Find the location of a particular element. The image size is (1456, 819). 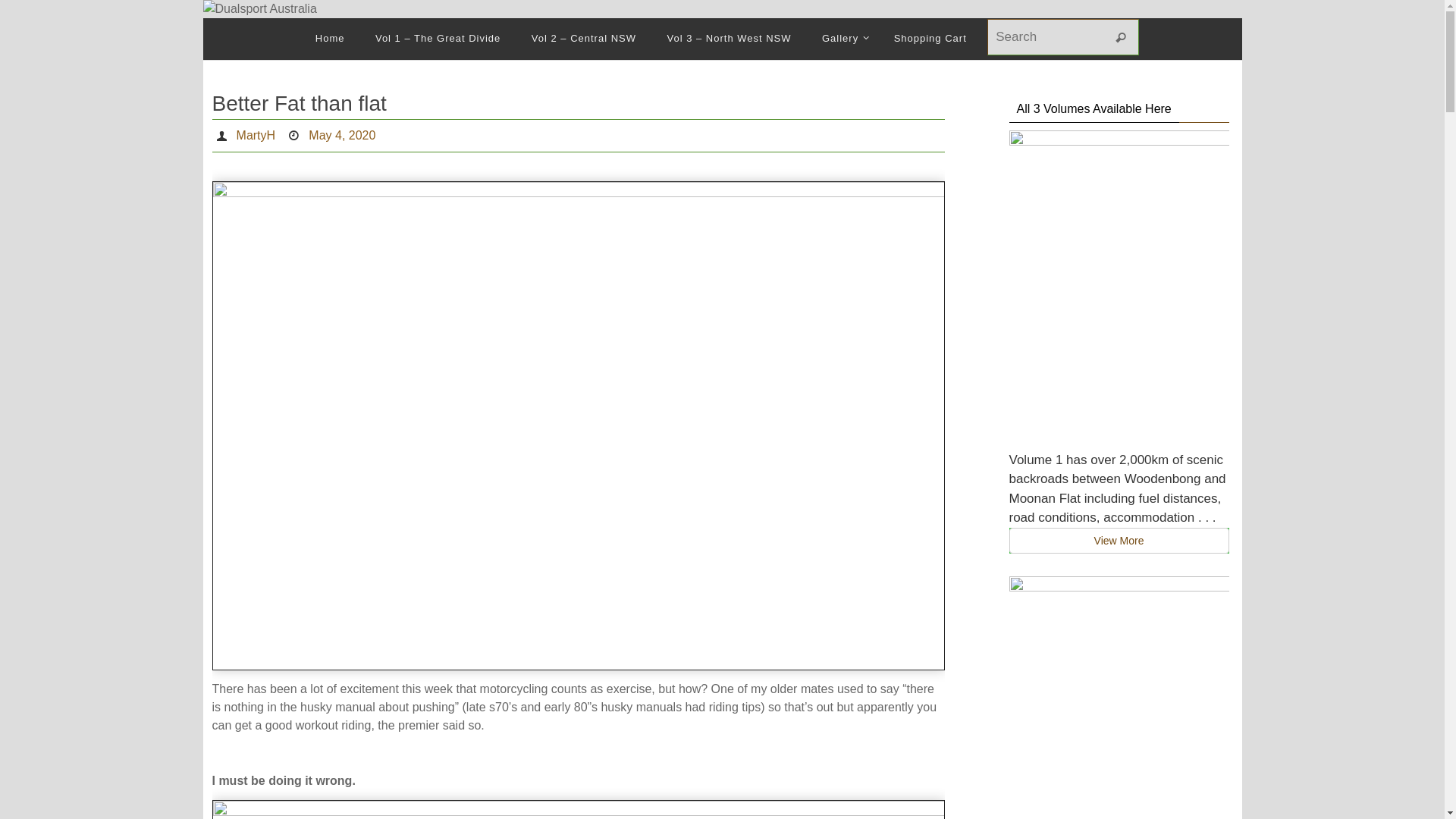

'Gallery' is located at coordinates (841, 38).